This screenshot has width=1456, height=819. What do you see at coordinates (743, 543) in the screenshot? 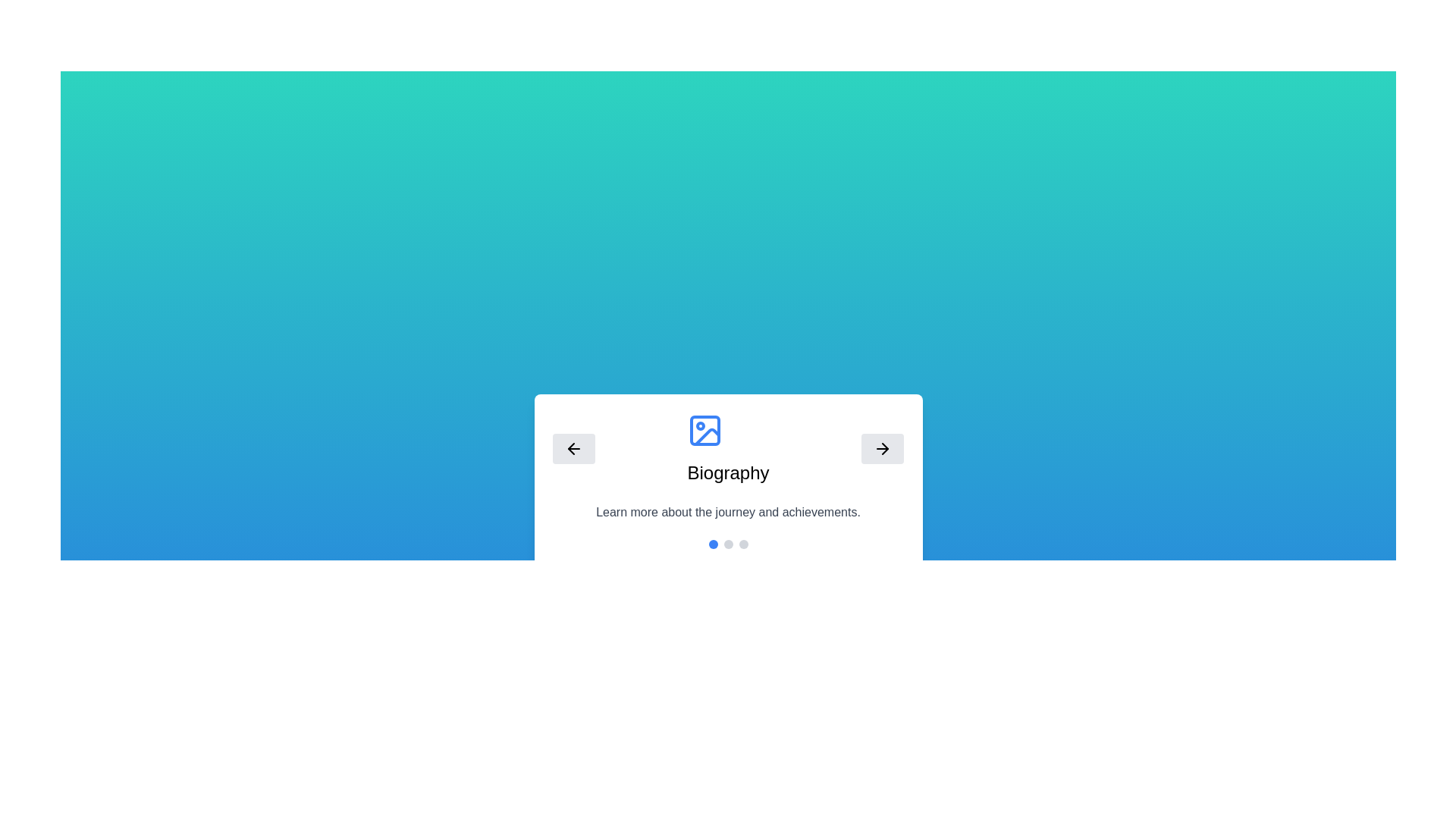
I see `the stage indicator corresponding to 2 to navigate to that stage` at bounding box center [743, 543].